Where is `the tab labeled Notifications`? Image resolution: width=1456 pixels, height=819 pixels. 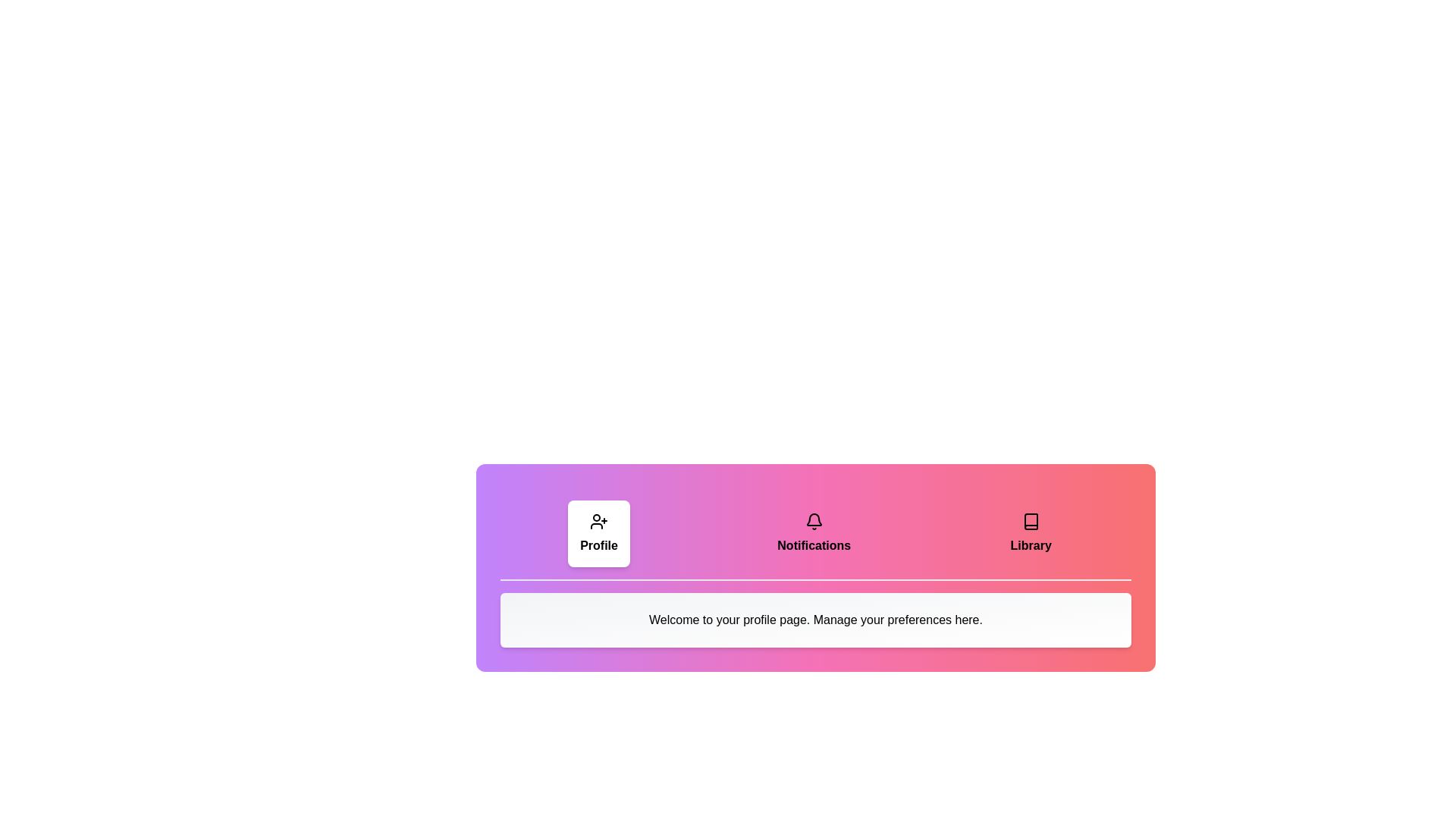 the tab labeled Notifications is located at coordinates (814, 533).